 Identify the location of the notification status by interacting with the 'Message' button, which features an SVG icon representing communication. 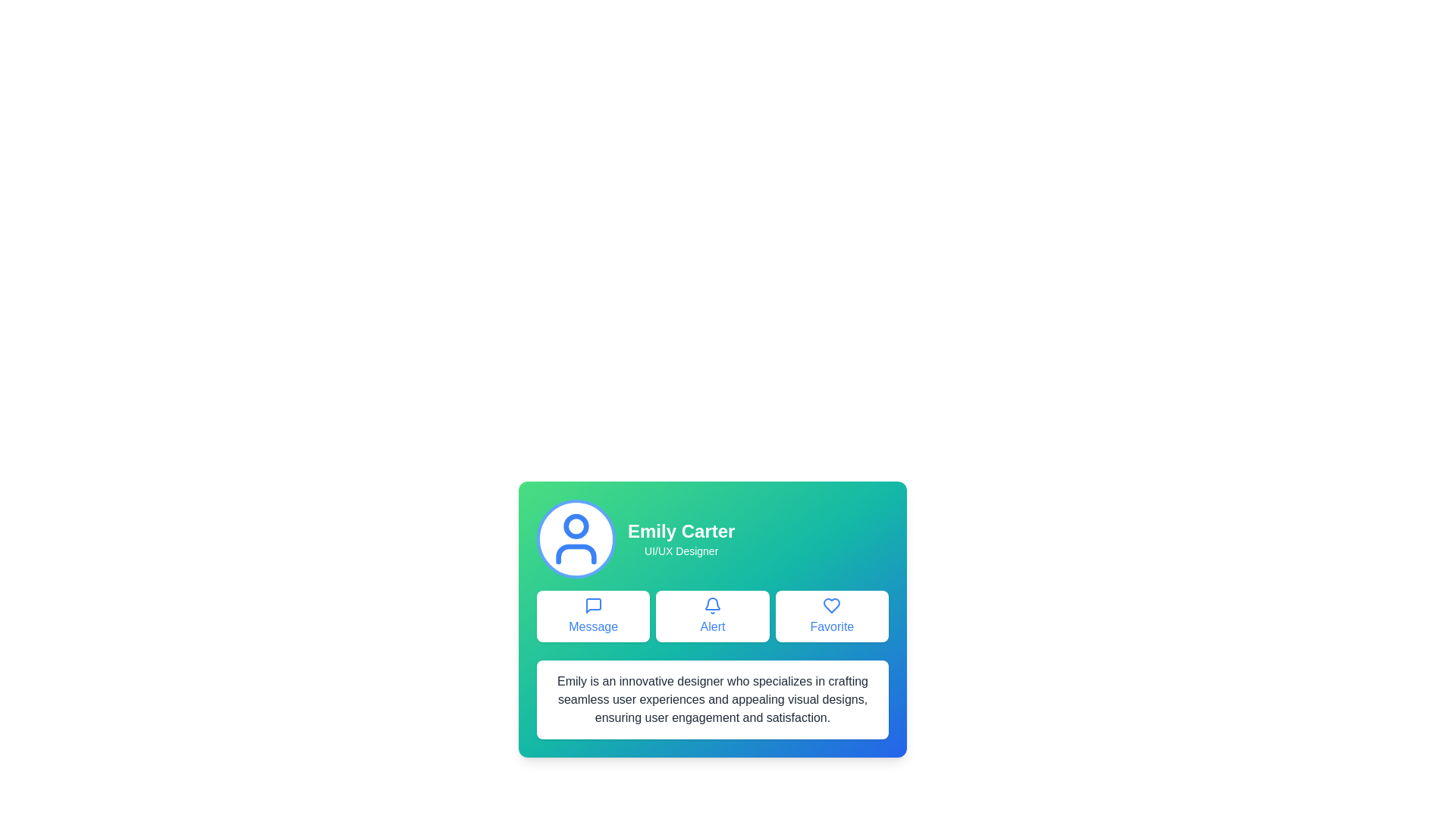
(592, 604).